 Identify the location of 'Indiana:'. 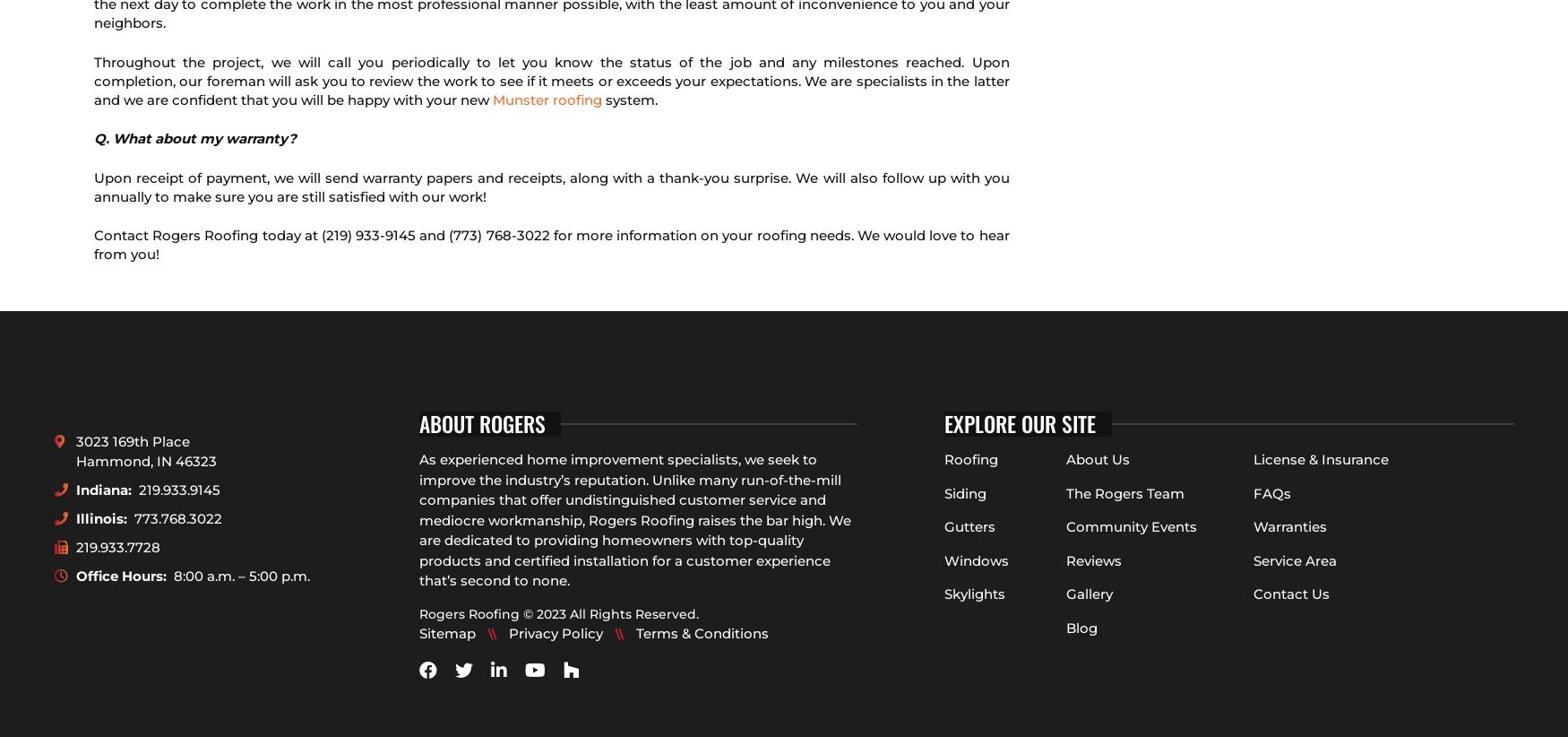
(108, 489).